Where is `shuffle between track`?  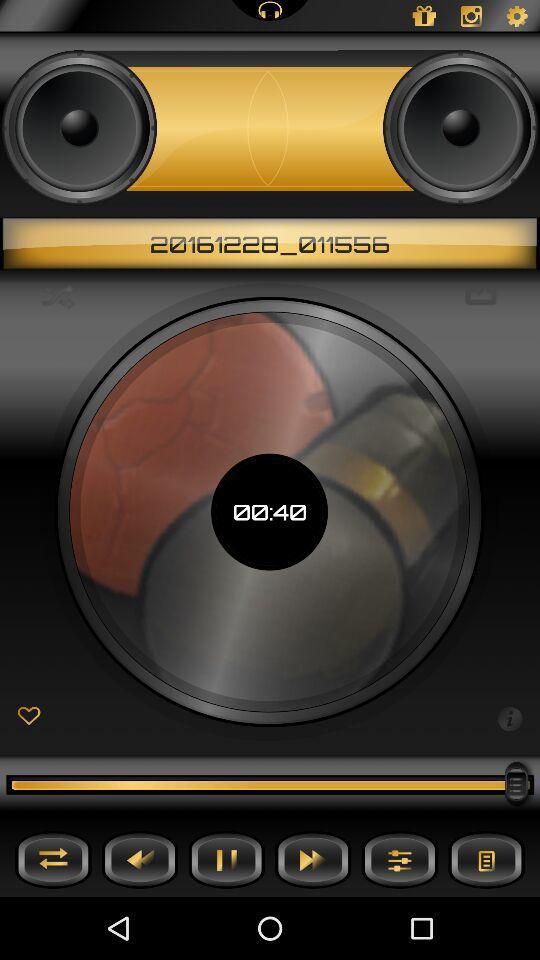
shuffle between track is located at coordinates (53, 858).